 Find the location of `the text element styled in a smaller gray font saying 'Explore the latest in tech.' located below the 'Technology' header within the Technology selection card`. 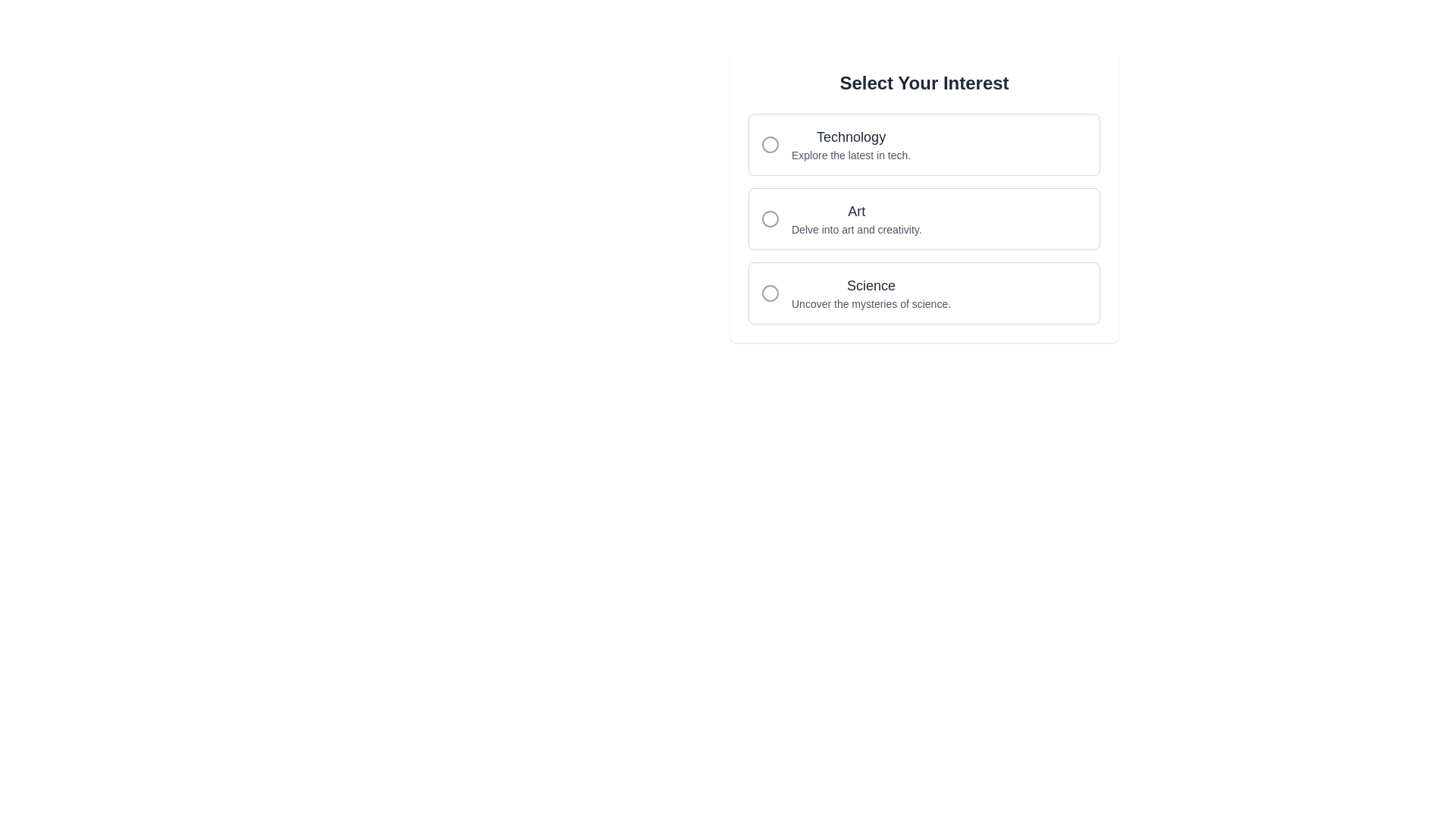

the text element styled in a smaller gray font saying 'Explore the latest in tech.' located below the 'Technology' header within the Technology selection card is located at coordinates (851, 155).